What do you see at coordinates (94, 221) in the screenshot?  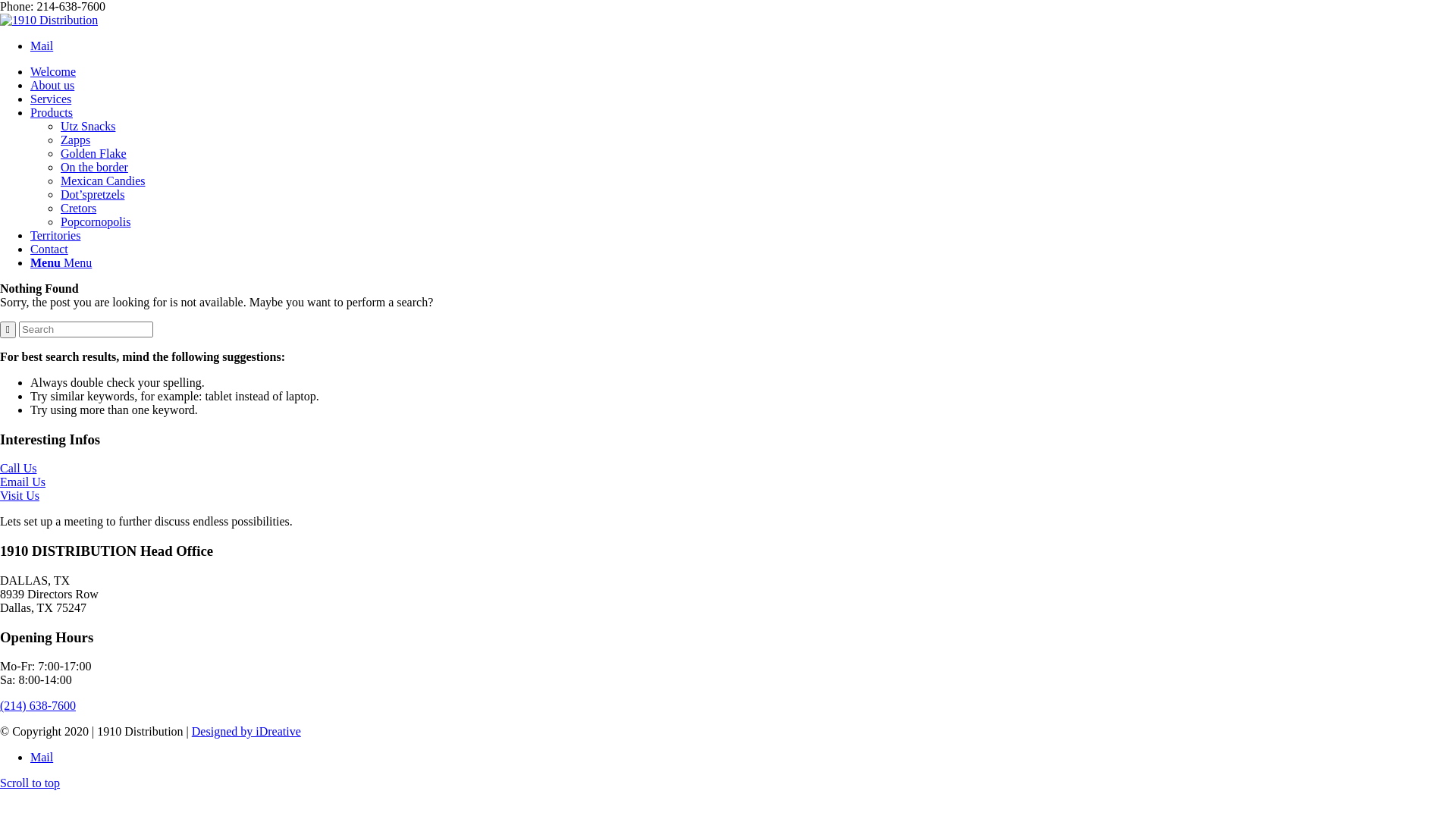 I see `'Popcornopolis'` at bounding box center [94, 221].